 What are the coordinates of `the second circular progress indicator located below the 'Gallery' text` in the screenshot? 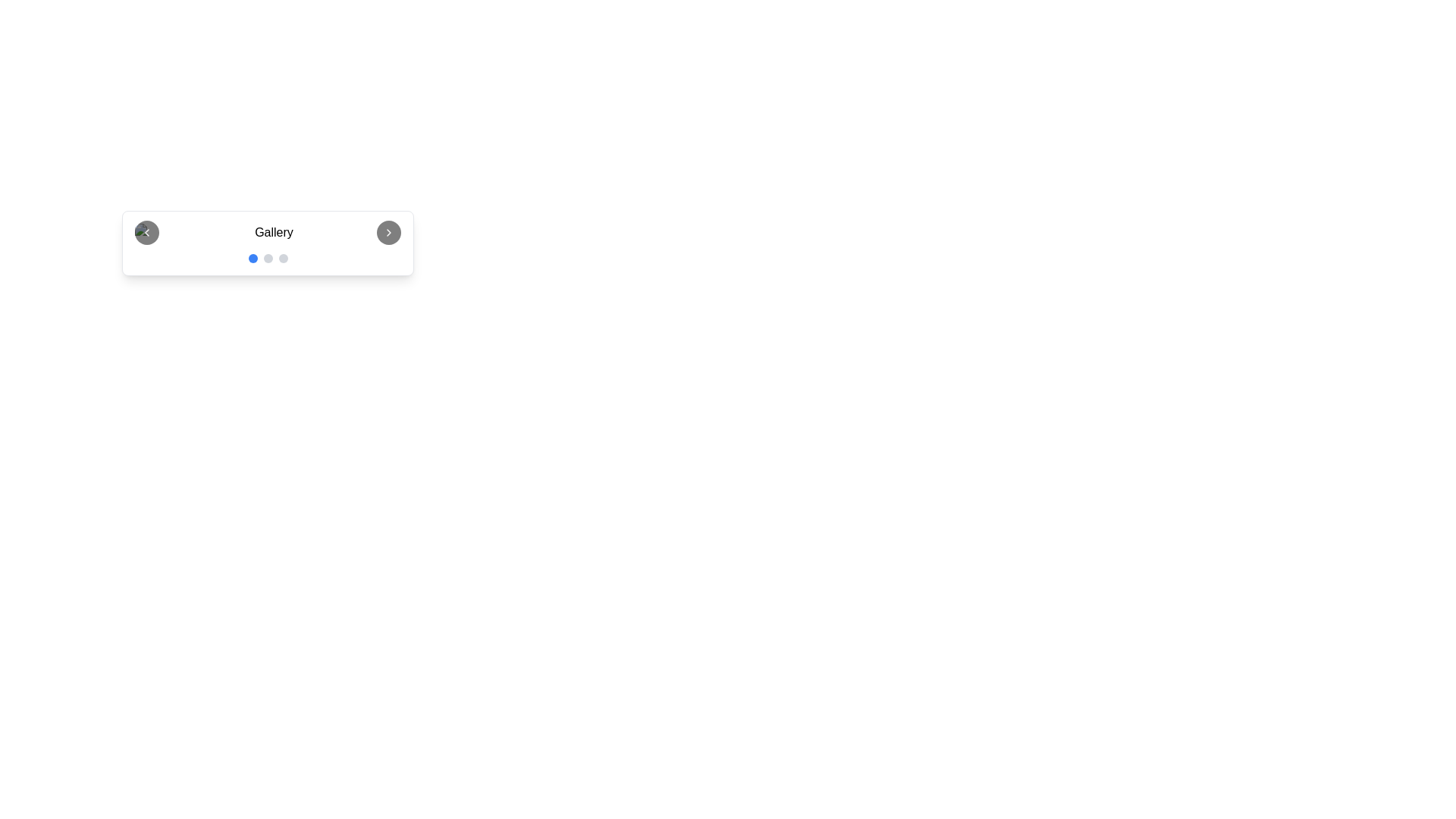 It's located at (268, 257).